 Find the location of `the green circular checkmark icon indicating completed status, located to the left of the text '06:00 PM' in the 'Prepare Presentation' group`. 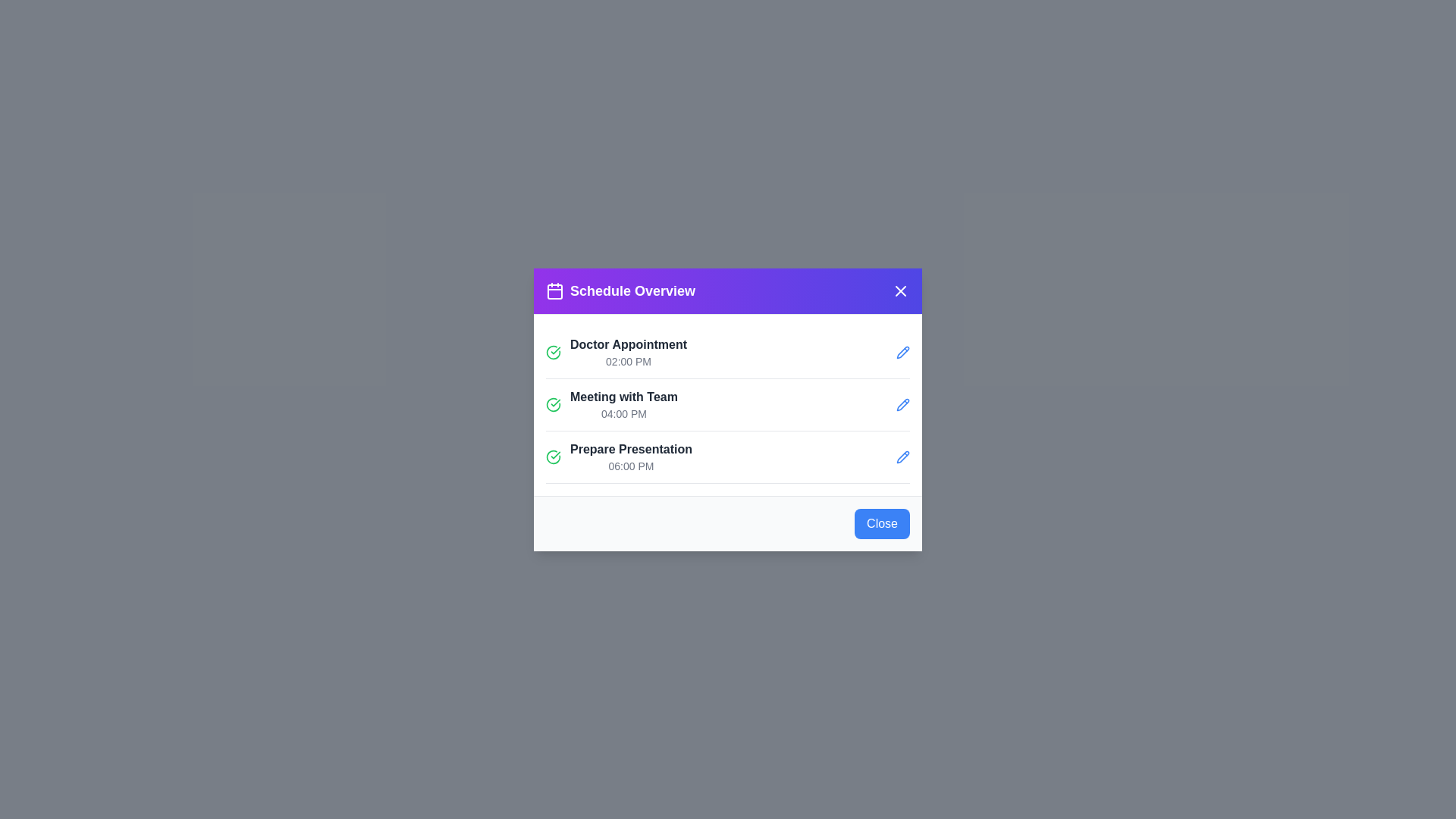

the green circular checkmark icon indicating completed status, located to the left of the text '06:00 PM' in the 'Prepare Presentation' group is located at coordinates (552, 456).